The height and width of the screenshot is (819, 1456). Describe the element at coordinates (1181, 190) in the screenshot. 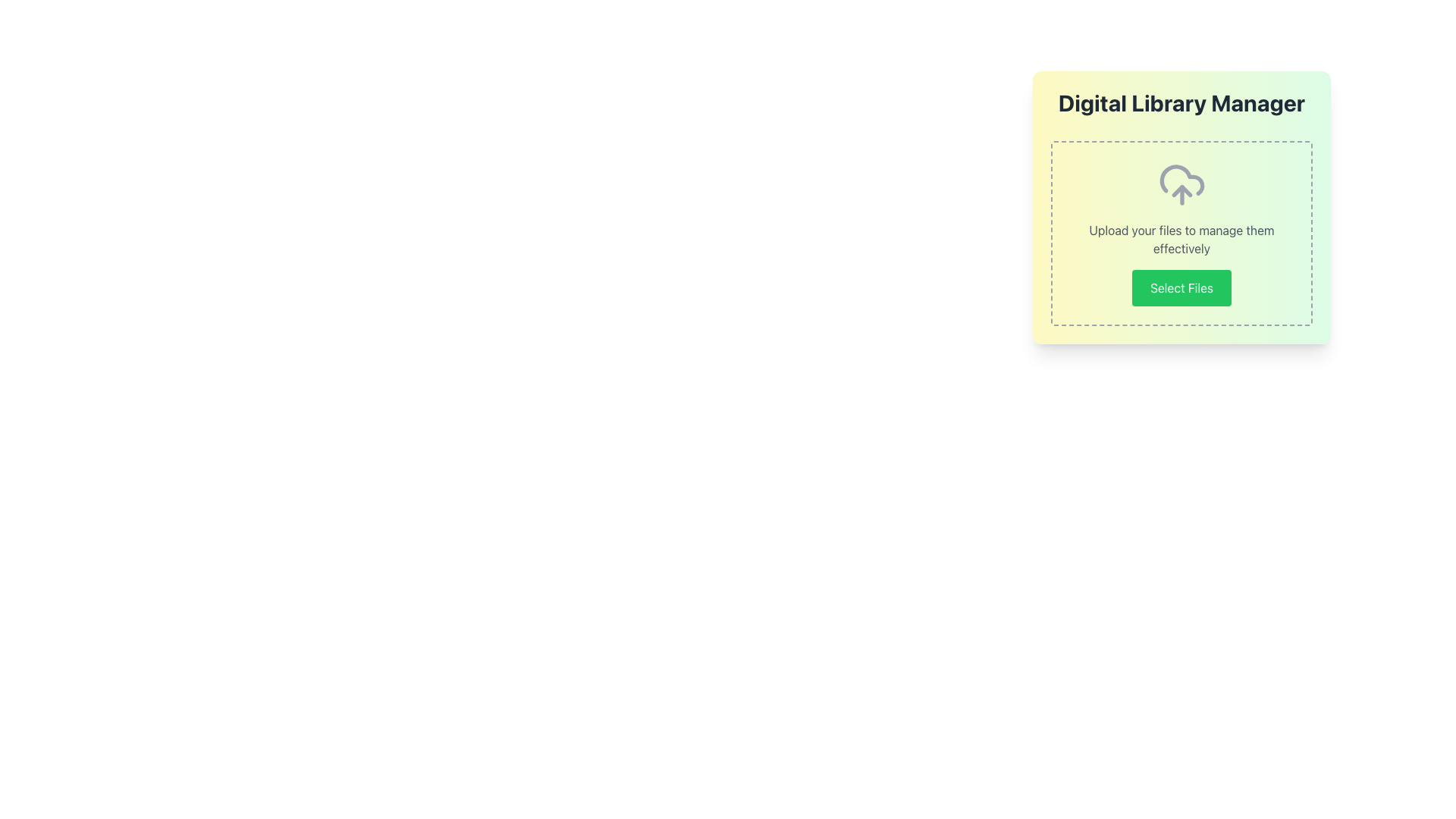

I see `the graphical upload icon, which is part of the cloud upload icon in the interface, located below the cloud interior and forming an upward arrow` at that location.